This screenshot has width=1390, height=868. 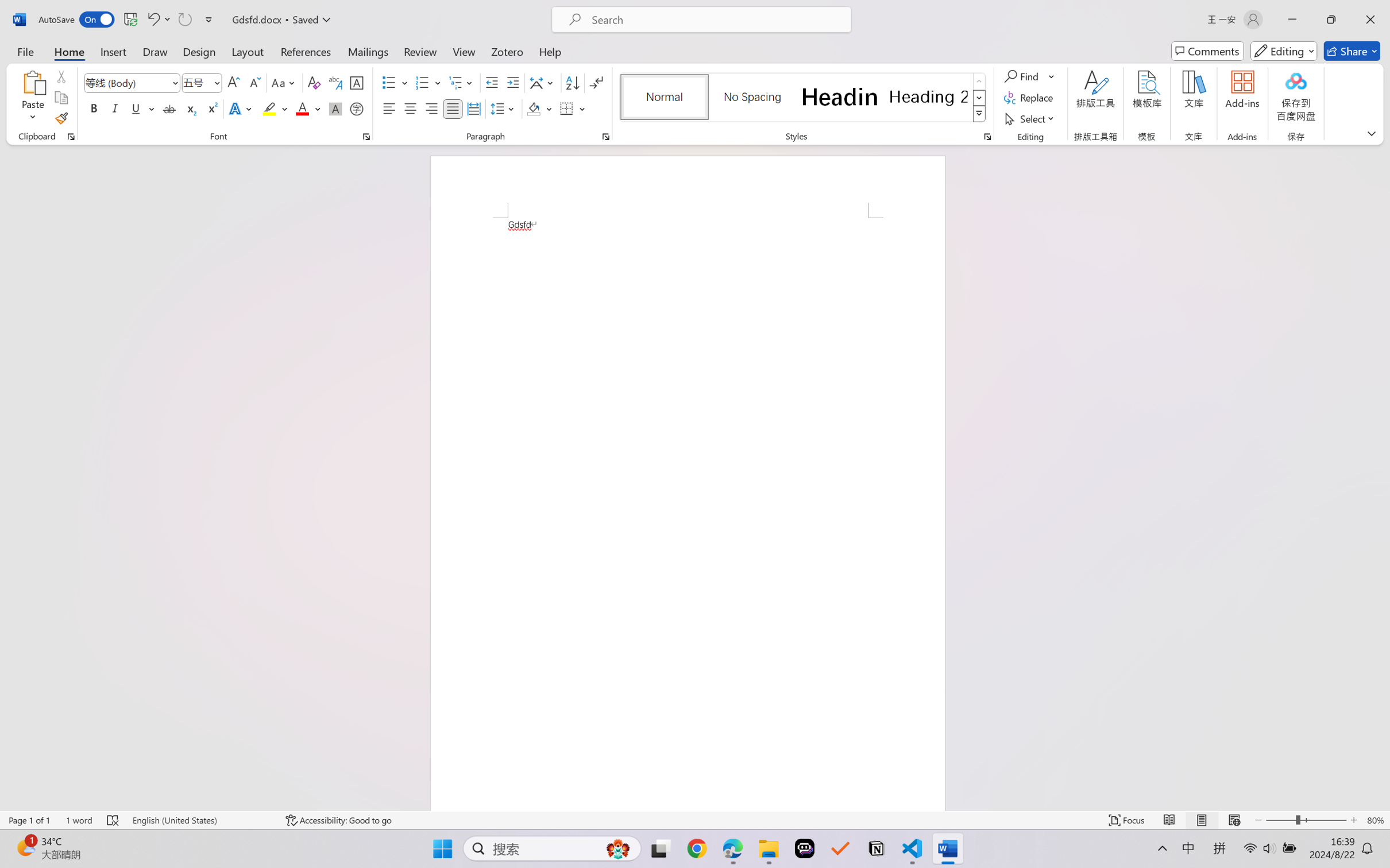 What do you see at coordinates (113, 820) in the screenshot?
I see `'Spelling and Grammar Check Errors'` at bounding box center [113, 820].